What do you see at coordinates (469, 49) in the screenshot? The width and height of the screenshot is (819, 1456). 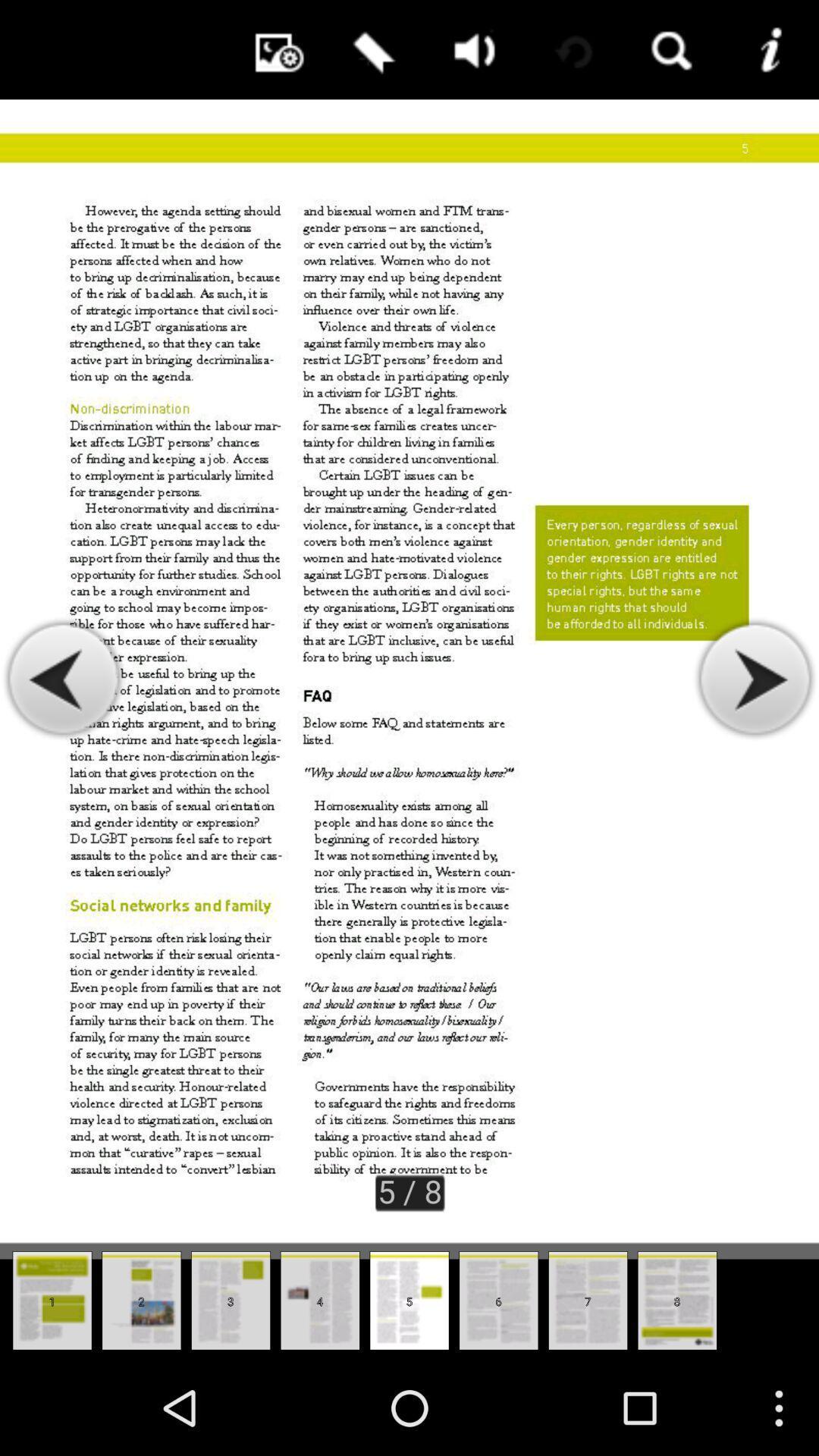 I see `audiobook play icon` at bounding box center [469, 49].